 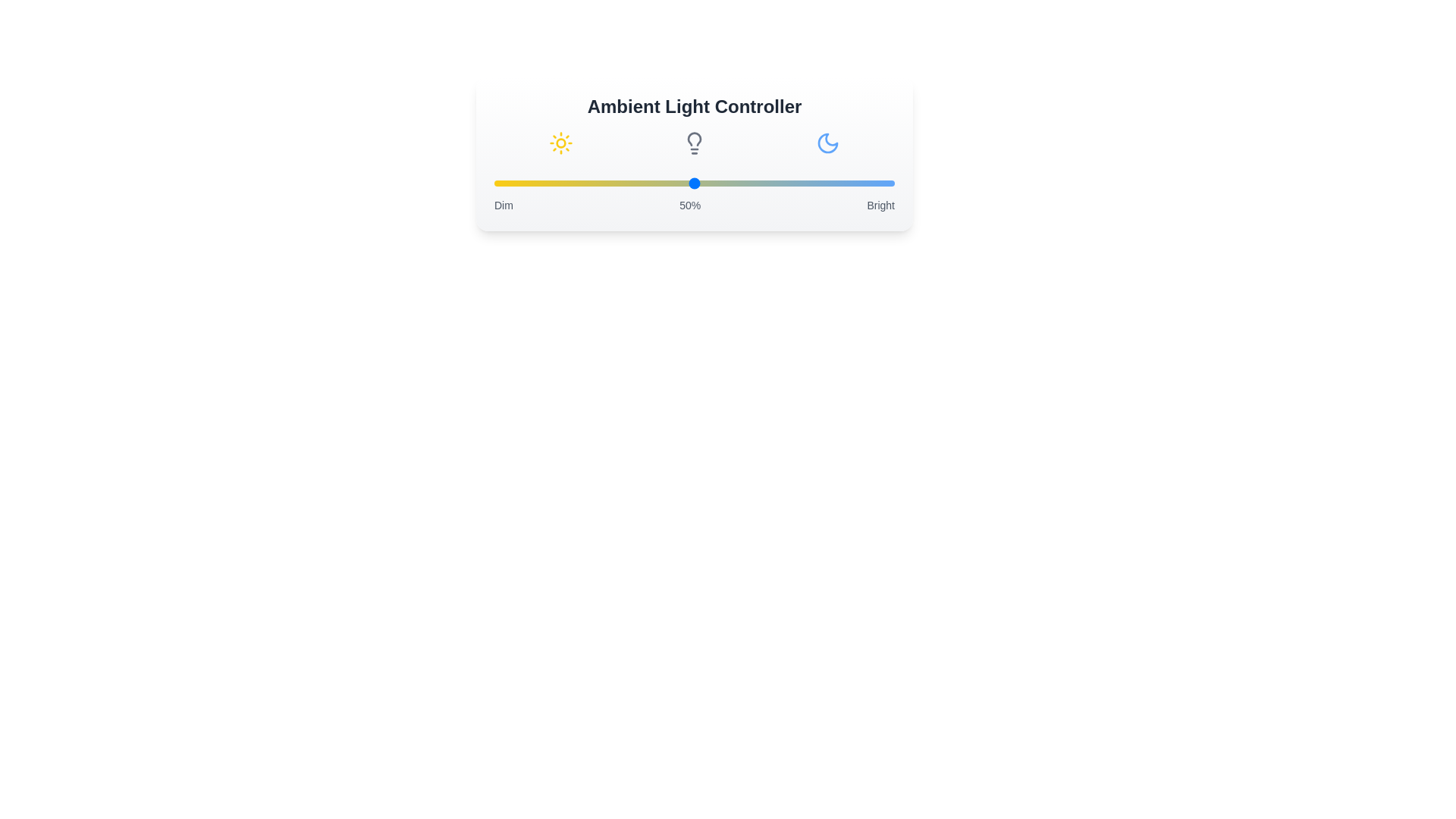 I want to click on the Sun icon to interact with it, so click(x=560, y=143).